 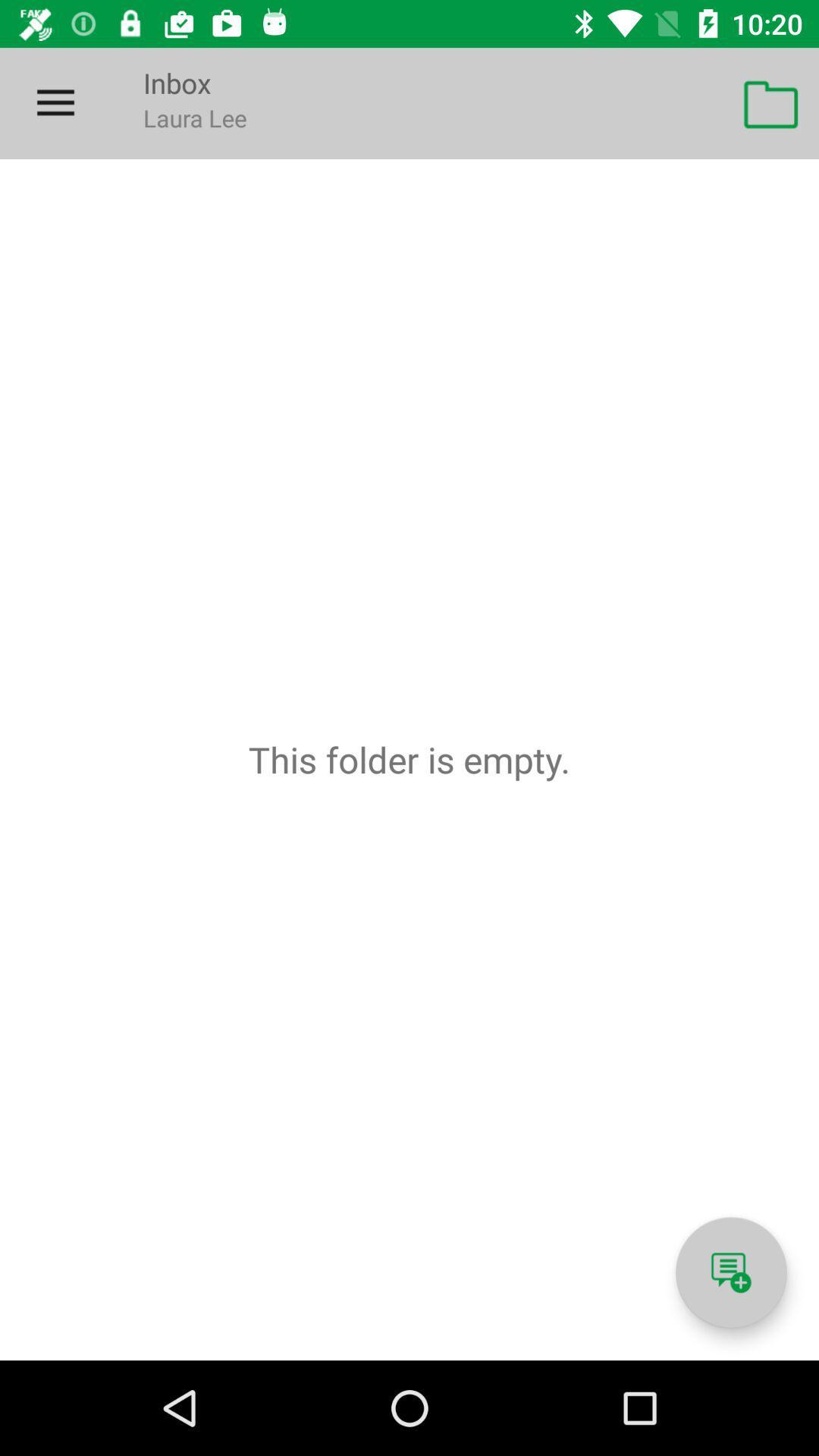 What do you see at coordinates (730, 1272) in the screenshot?
I see `comment` at bounding box center [730, 1272].